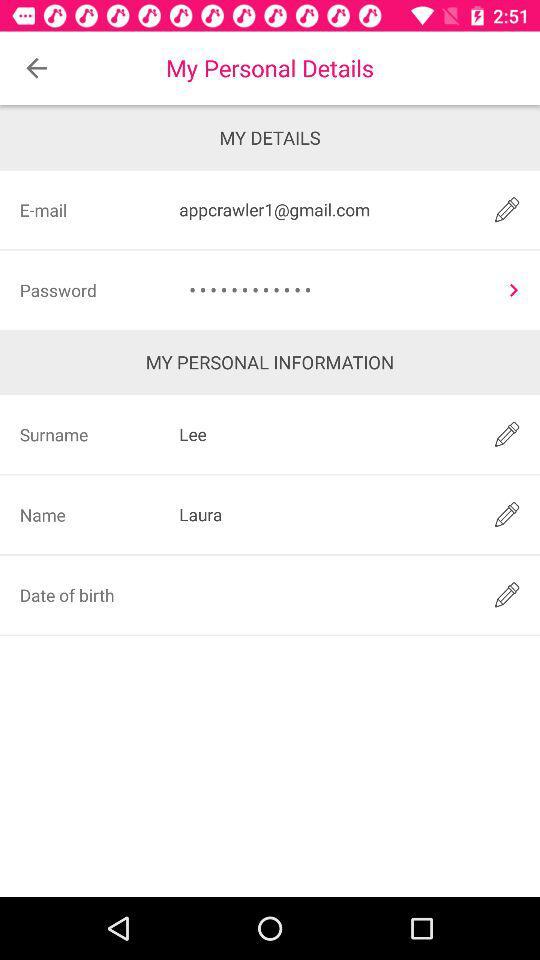  Describe the element at coordinates (513, 289) in the screenshot. I see `show passsword` at that location.